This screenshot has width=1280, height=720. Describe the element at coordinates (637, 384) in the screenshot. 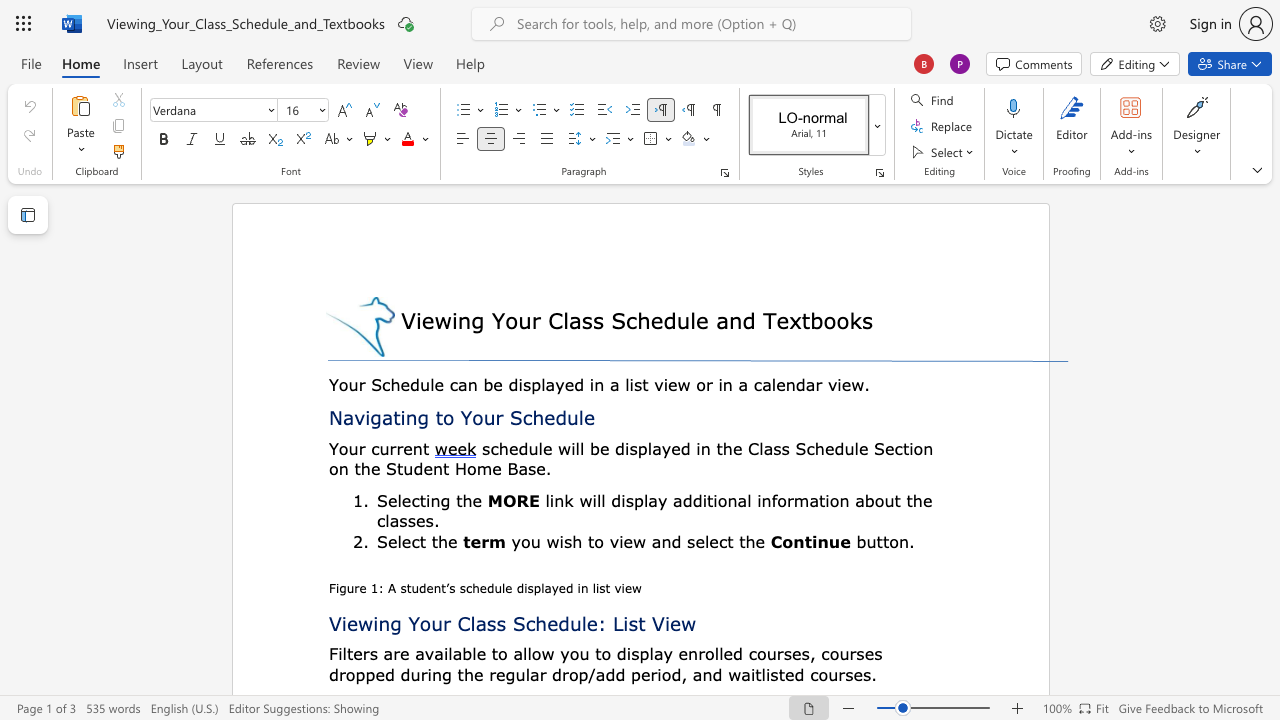

I see `the 2th character "s" in the text` at that location.